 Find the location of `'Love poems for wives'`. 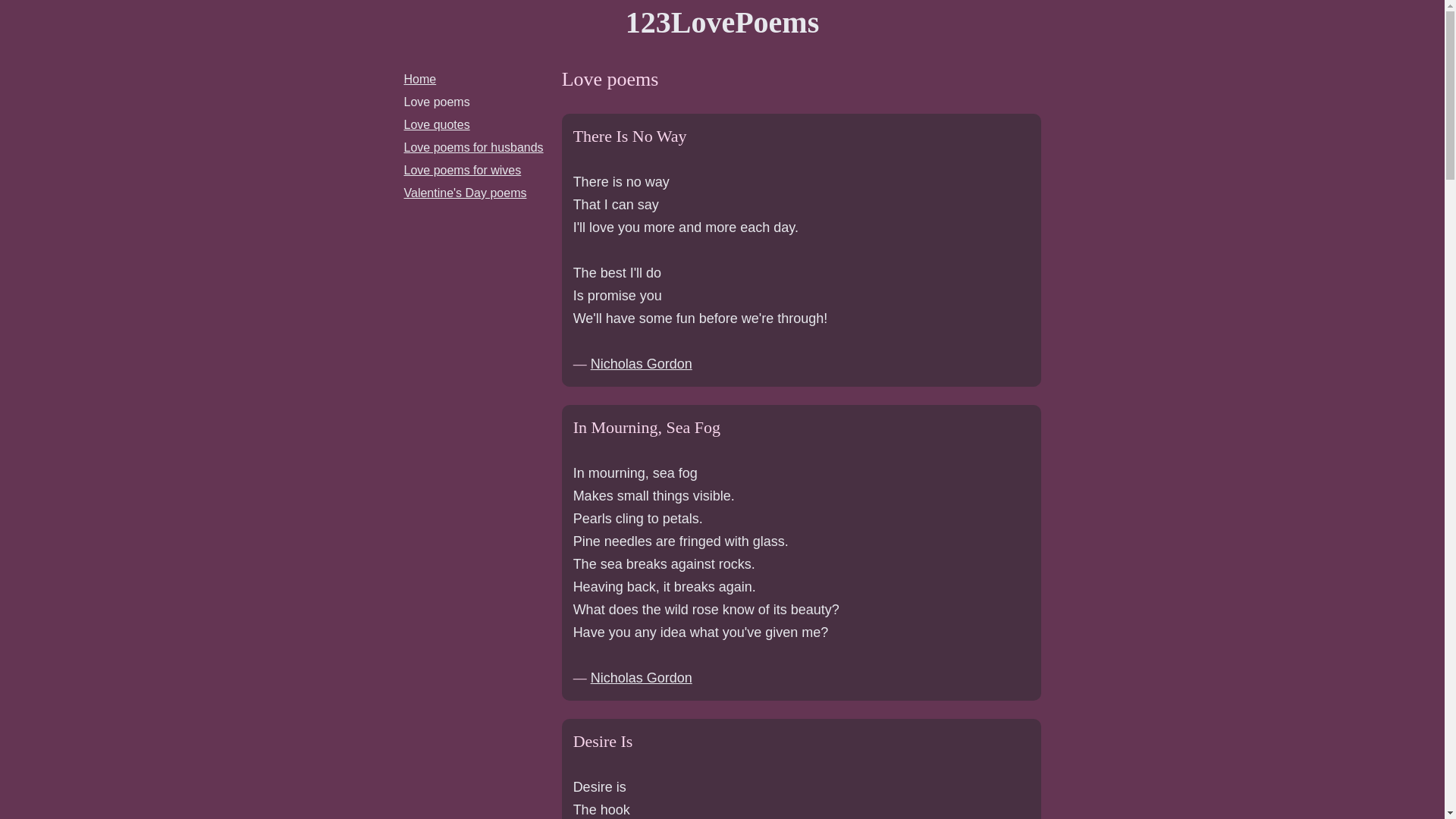

'Love poems for wives' is located at coordinates (461, 170).